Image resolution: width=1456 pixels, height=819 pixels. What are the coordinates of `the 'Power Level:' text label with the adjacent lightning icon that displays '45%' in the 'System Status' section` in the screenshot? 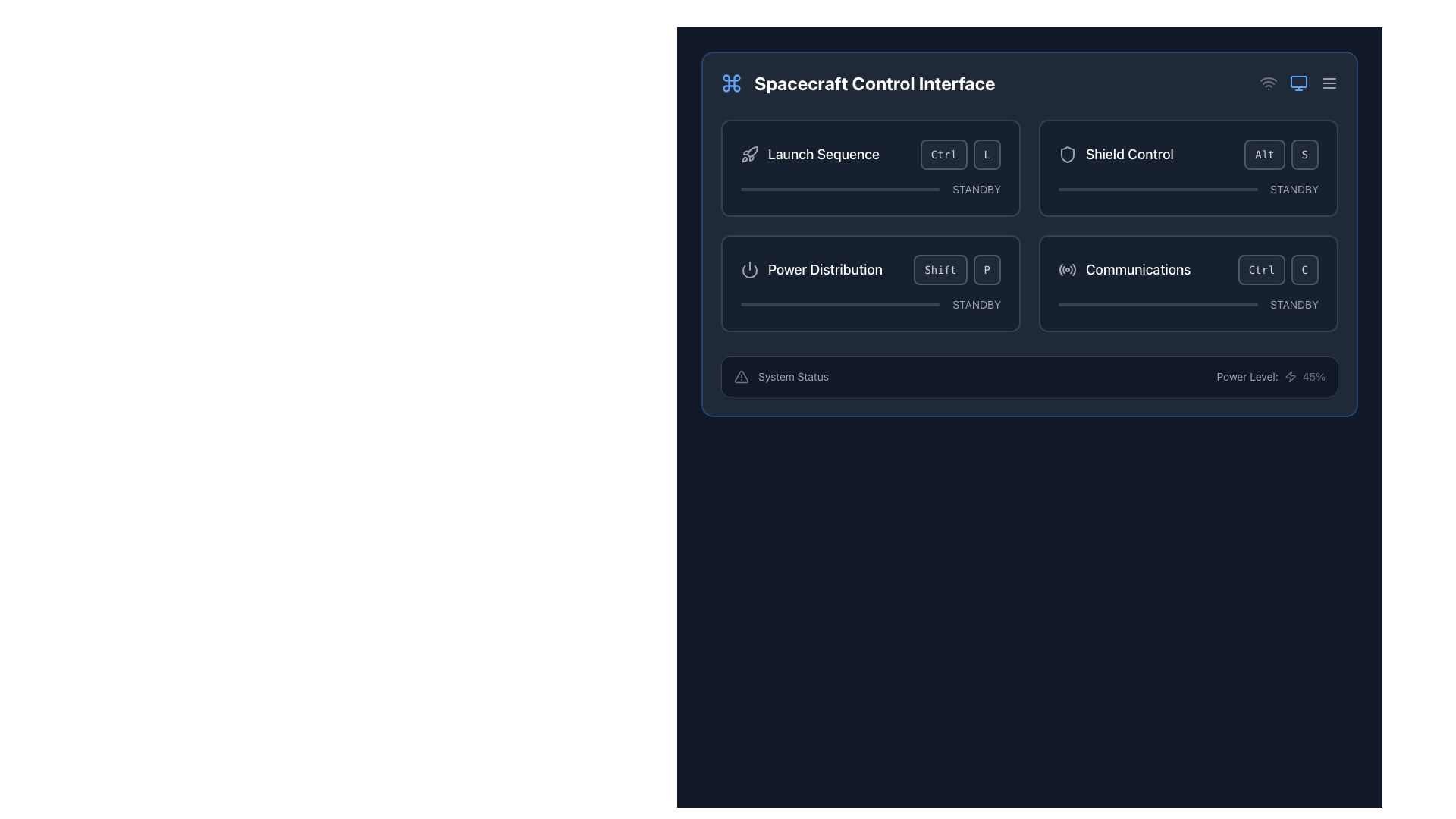 It's located at (1271, 376).